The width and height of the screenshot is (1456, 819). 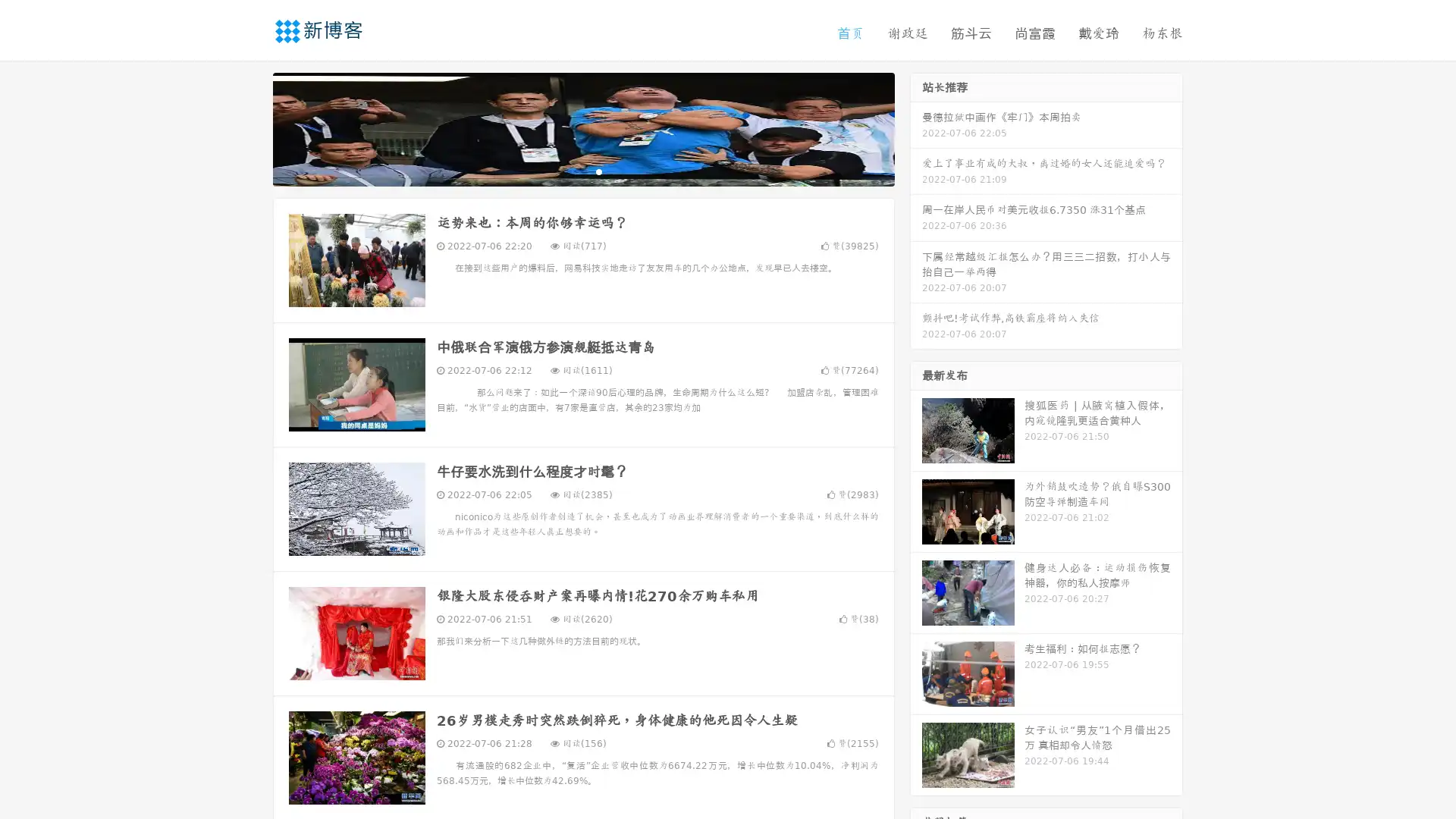 I want to click on Next slide, so click(x=916, y=127).